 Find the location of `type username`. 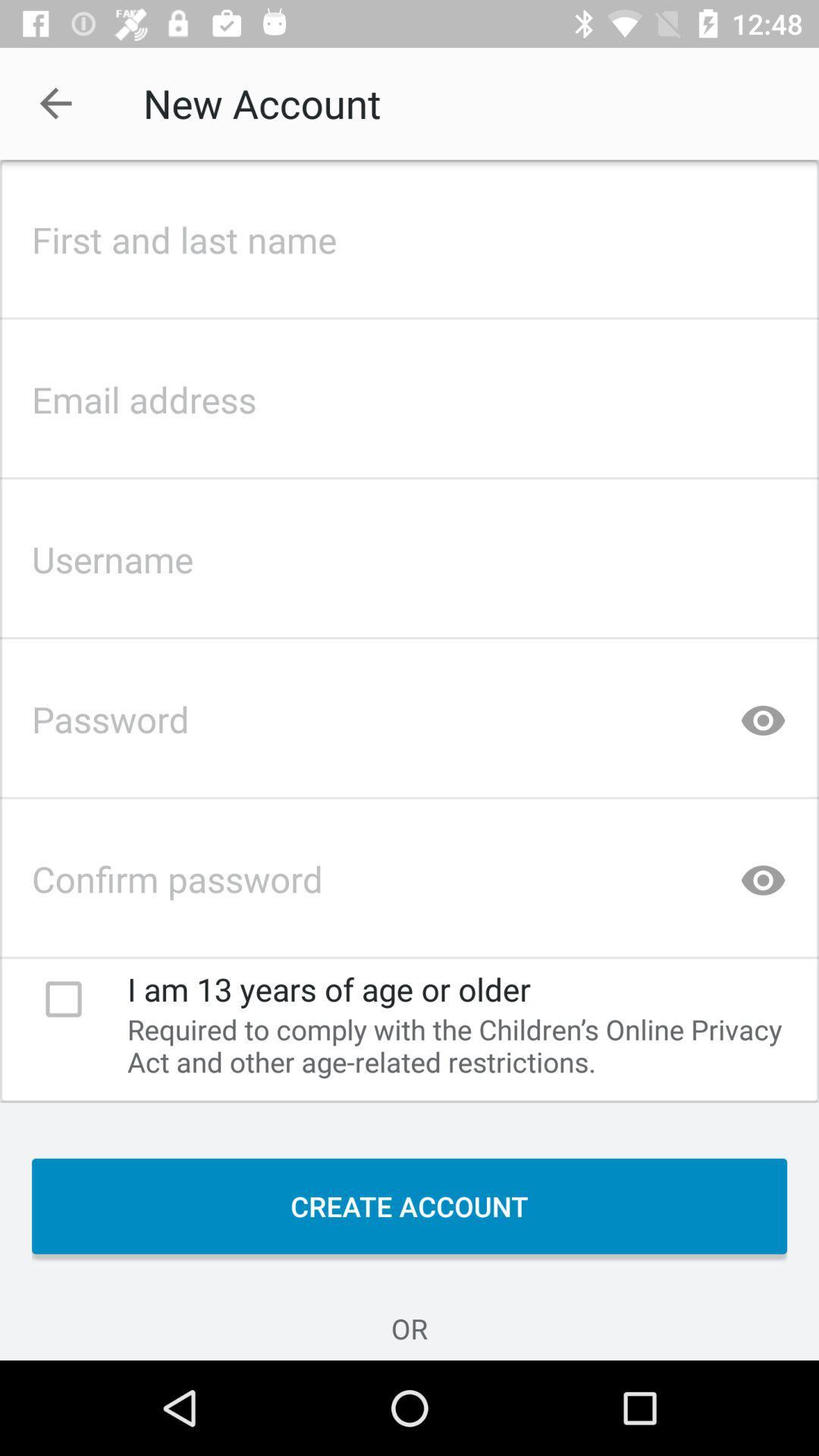

type username is located at coordinates (409, 554).